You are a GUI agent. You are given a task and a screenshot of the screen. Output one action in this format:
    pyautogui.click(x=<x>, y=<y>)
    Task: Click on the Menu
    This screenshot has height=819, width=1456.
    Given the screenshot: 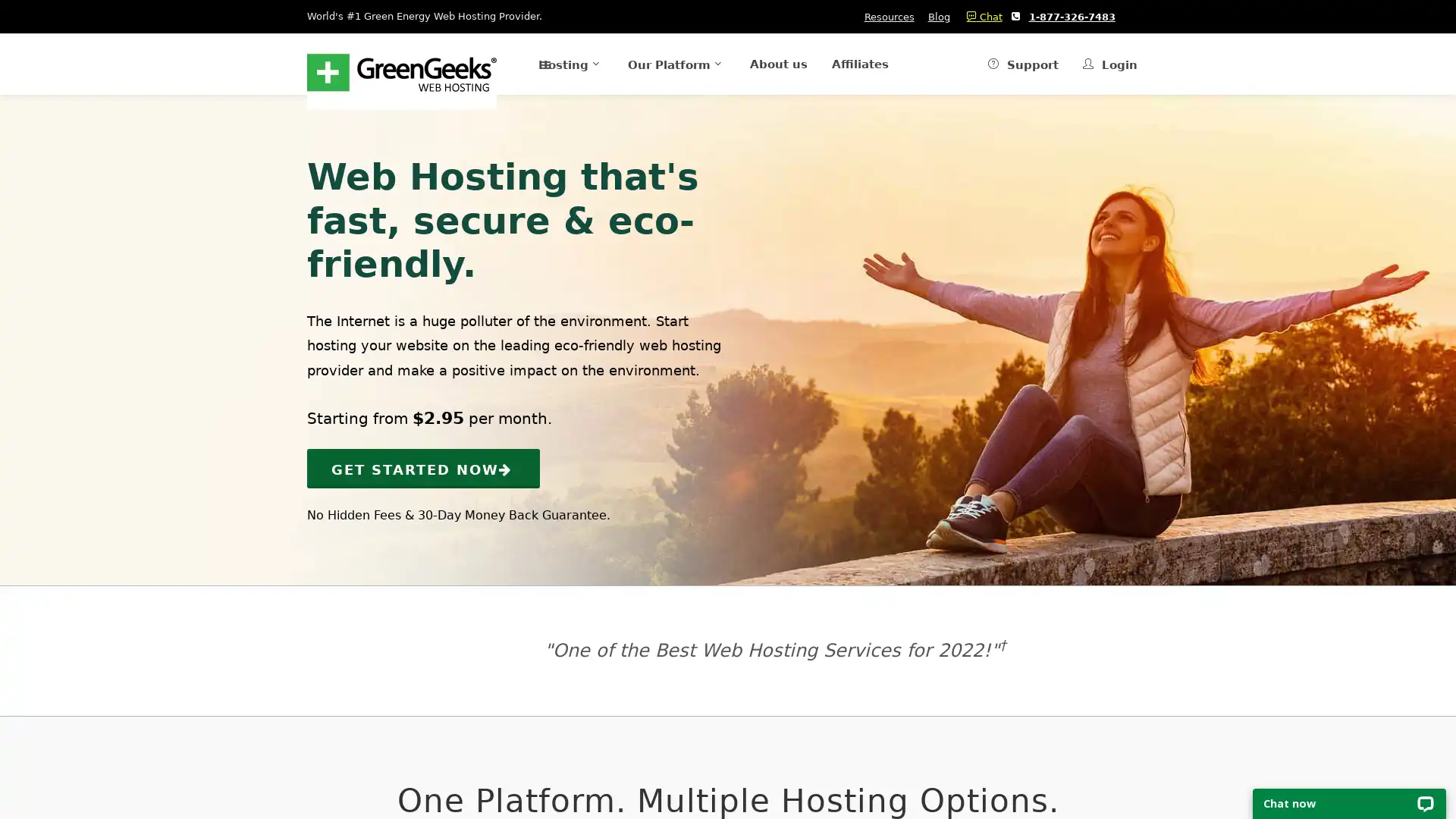 What is the action you would take?
    pyautogui.click(x=508, y=63)
    